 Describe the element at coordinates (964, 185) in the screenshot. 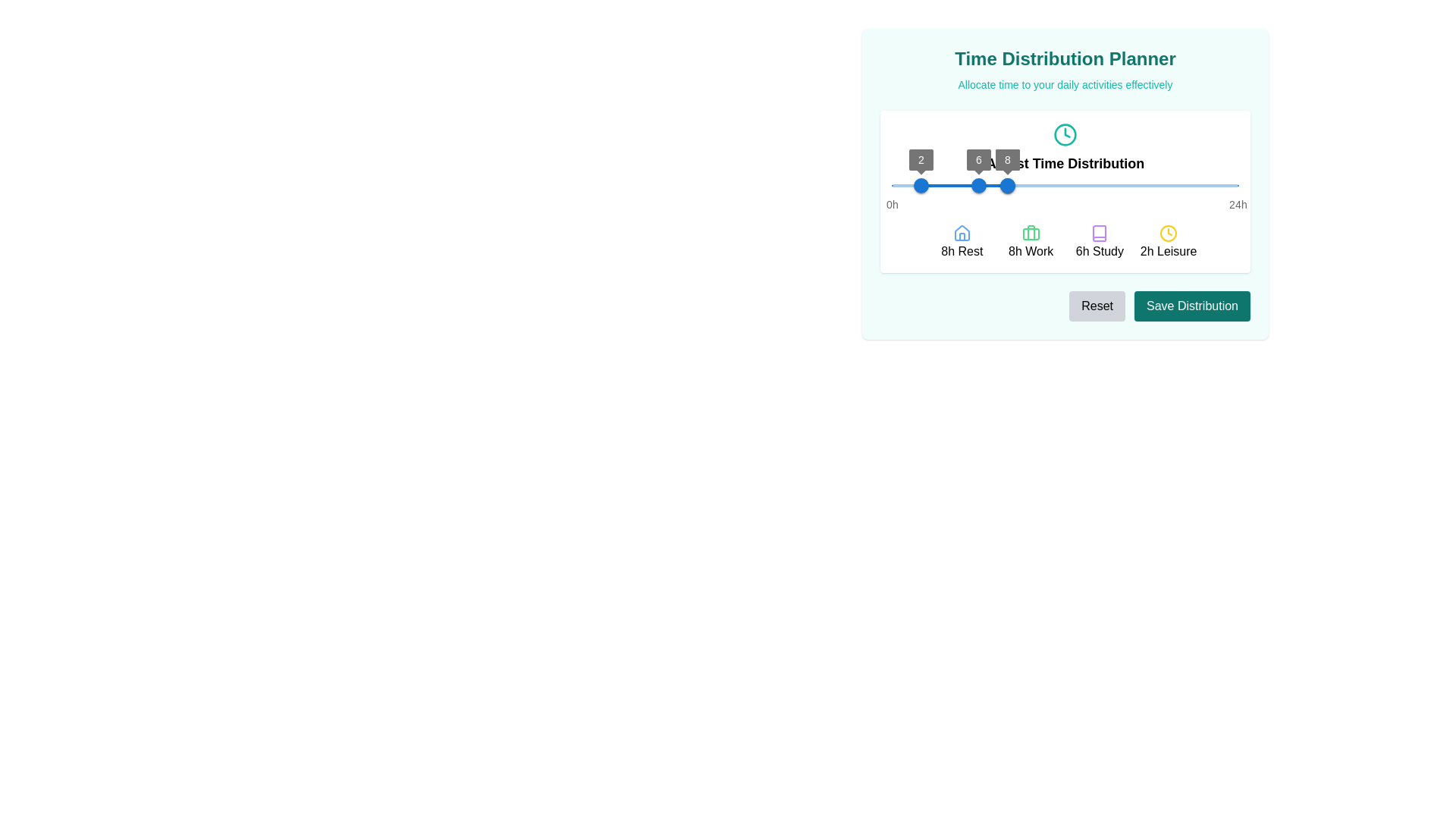

I see `the red slider track, which is a thin rectangular bar within the horizontal slider component` at that location.